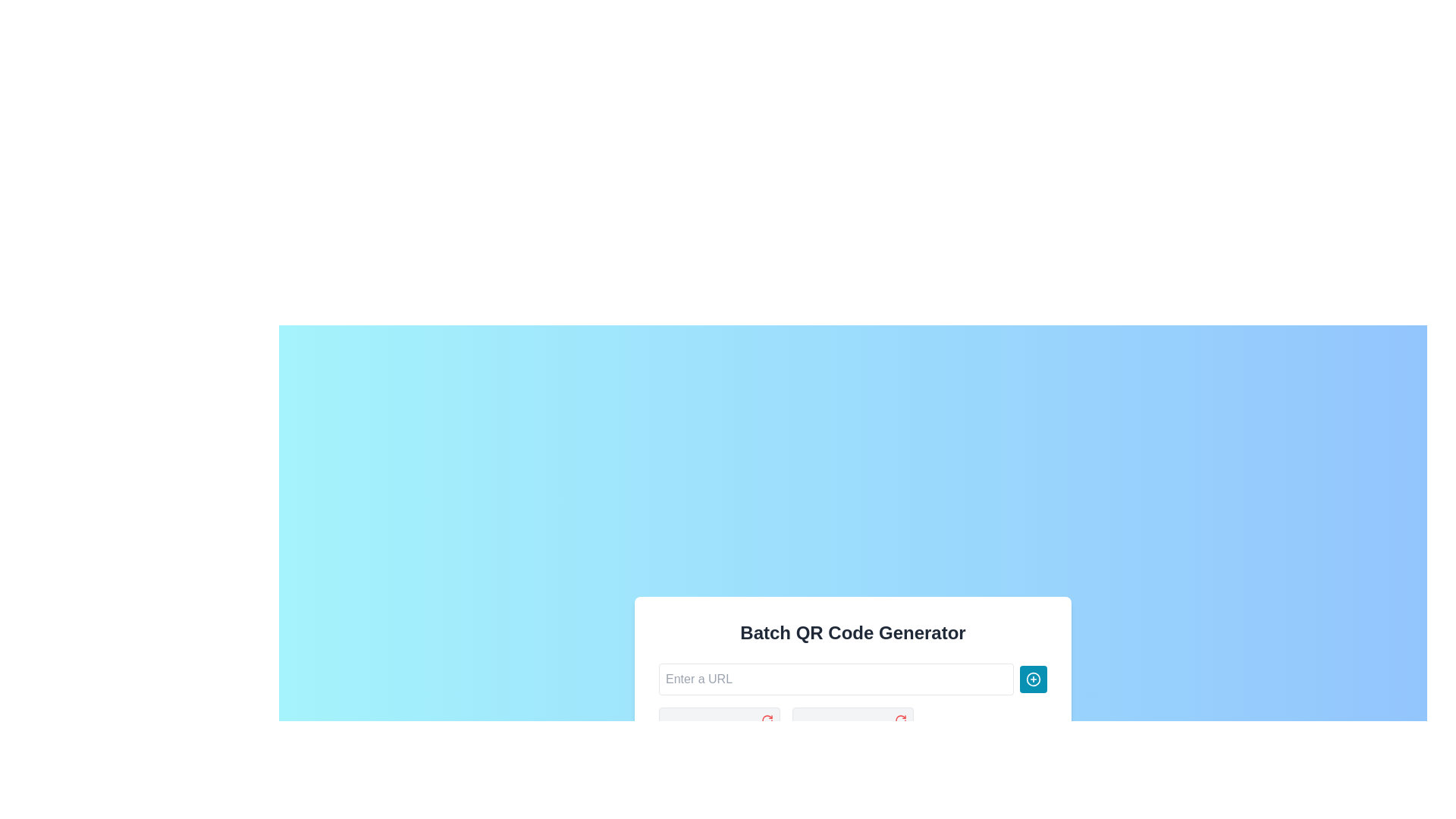 The image size is (1456, 819). What do you see at coordinates (1033, 678) in the screenshot?
I see `the circular button with a cyan background and a white plus sign icon, positioned to the right of the 'Enter a URL' text input field, to trigger hover effects` at bounding box center [1033, 678].